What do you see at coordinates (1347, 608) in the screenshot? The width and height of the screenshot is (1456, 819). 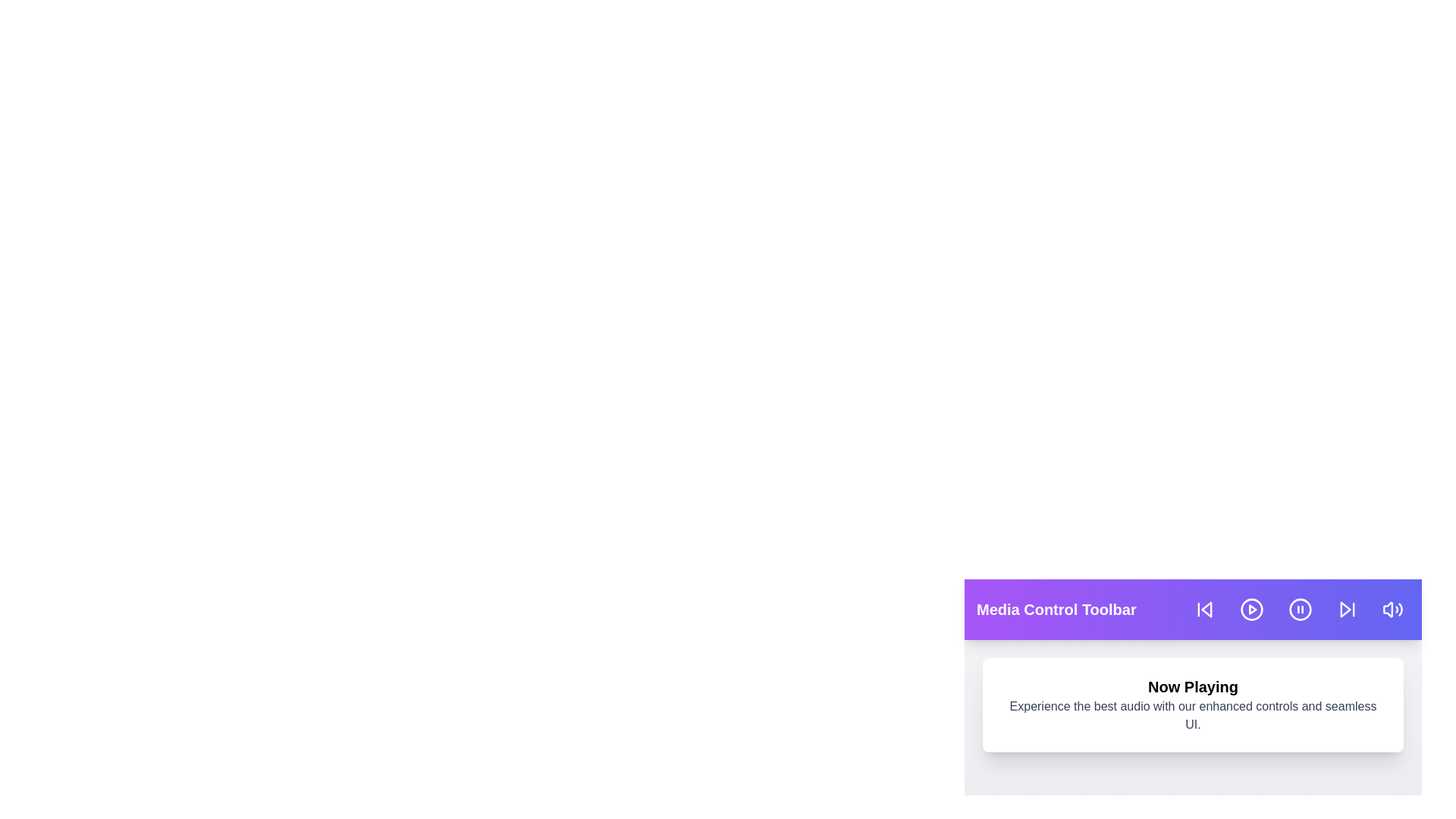 I see `the skip-forward button in the media control toolbar` at bounding box center [1347, 608].